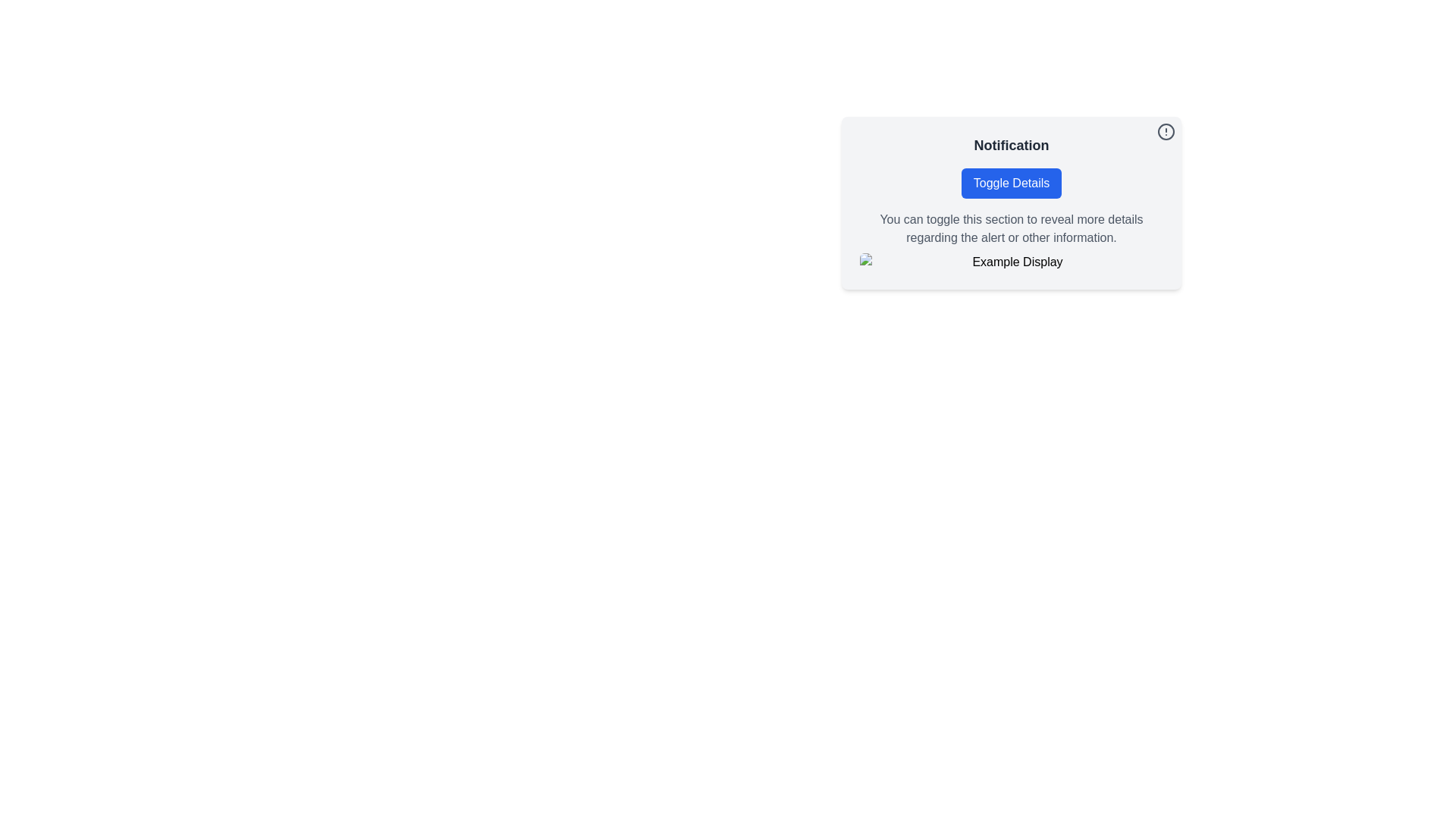 The width and height of the screenshot is (1456, 819). I want to click on the toggle button below the title 'Notification', so click(1012, 183).